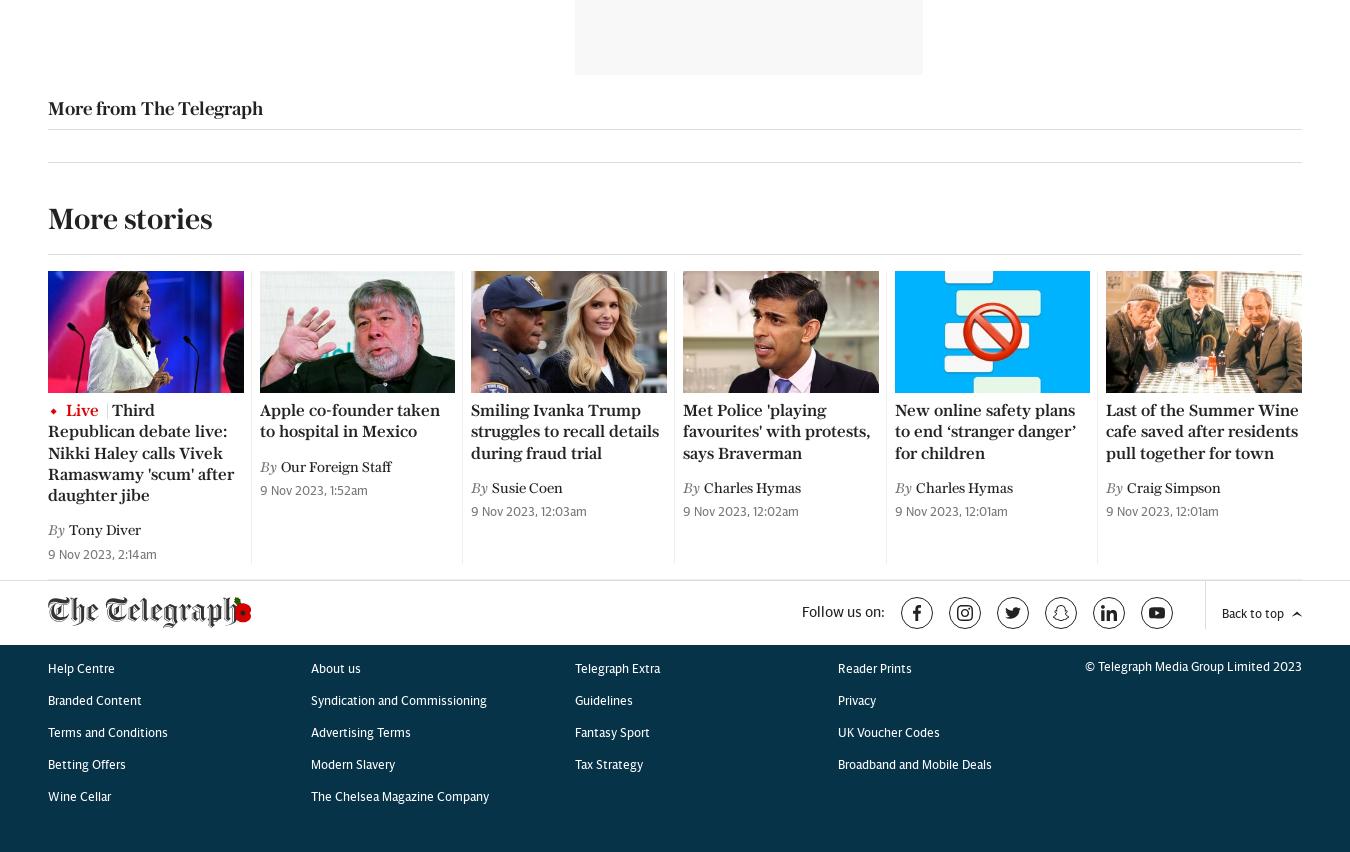 Image resolution: width=1350 pixels, height=852 pixels. What do you see at coordinates (608, 210) in the screenshot?
I see `'Tax Strategy'` at bounding box center [608, 210].